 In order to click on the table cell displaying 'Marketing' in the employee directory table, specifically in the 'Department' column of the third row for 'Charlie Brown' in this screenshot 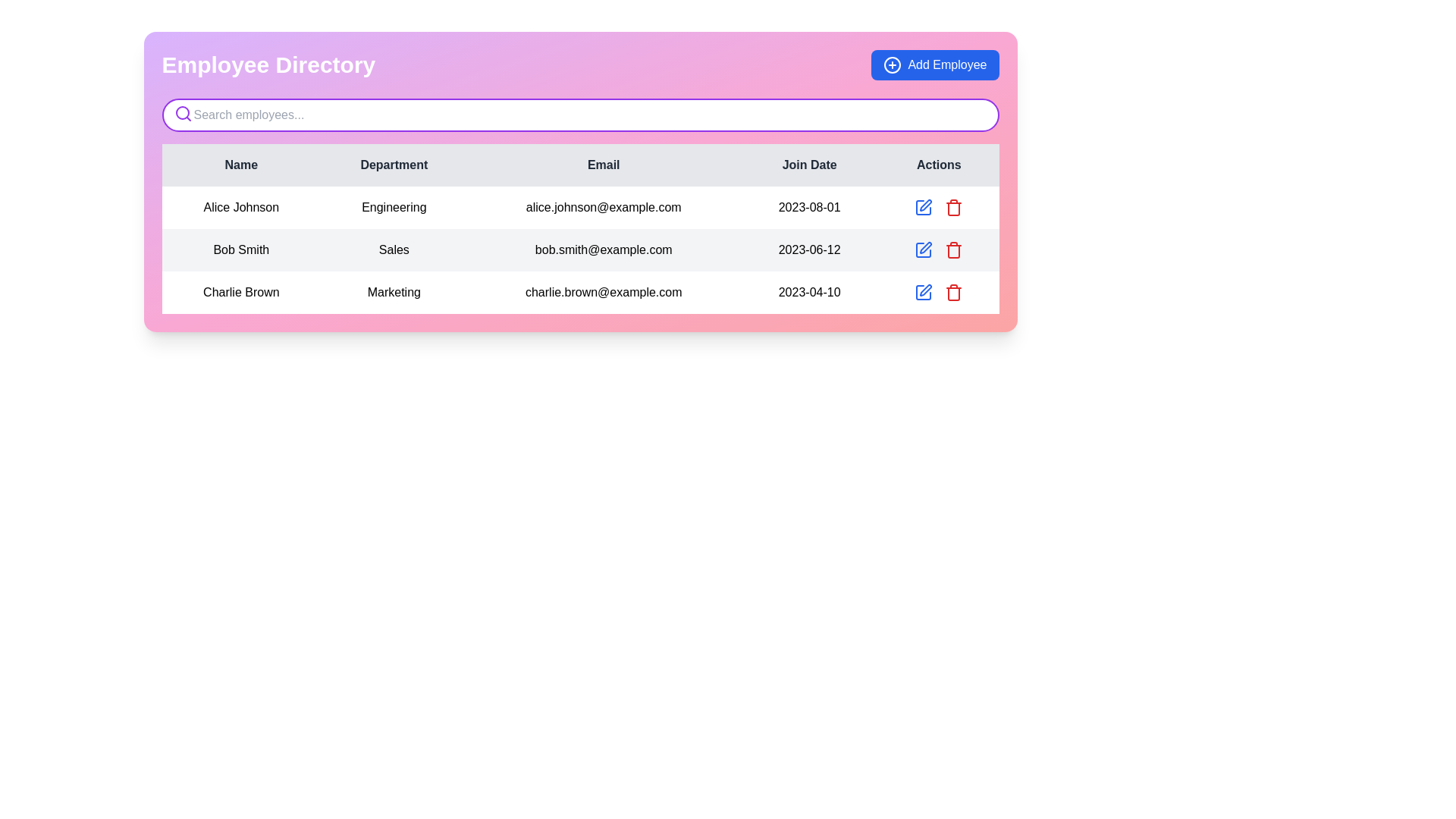, I will do `click(394, 292)`.